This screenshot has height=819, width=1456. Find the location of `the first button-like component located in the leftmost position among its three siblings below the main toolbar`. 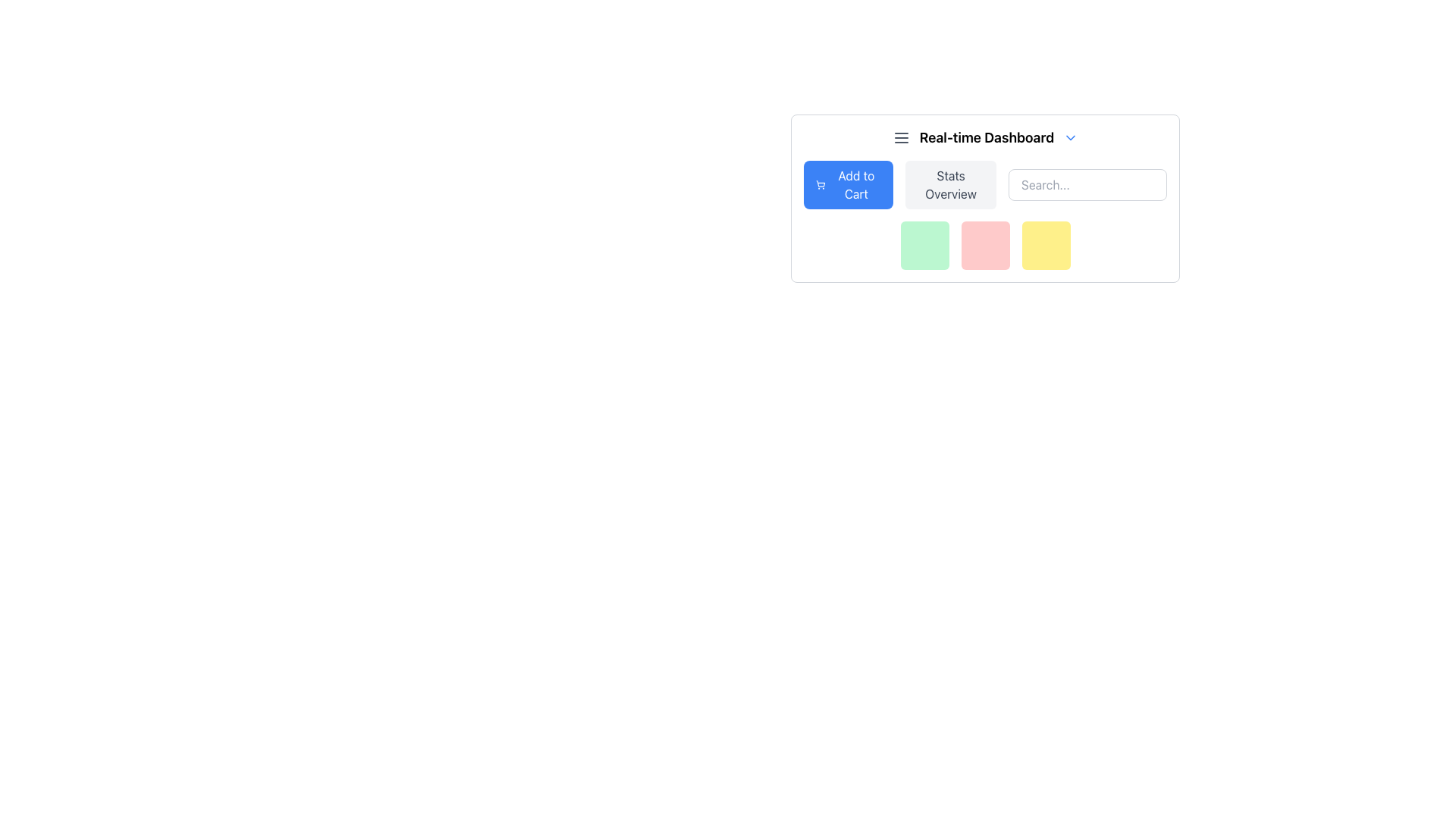

the first button-like component located in the leftmost position among its three siblings below the main toolbar is located at coordinates (924, 245).